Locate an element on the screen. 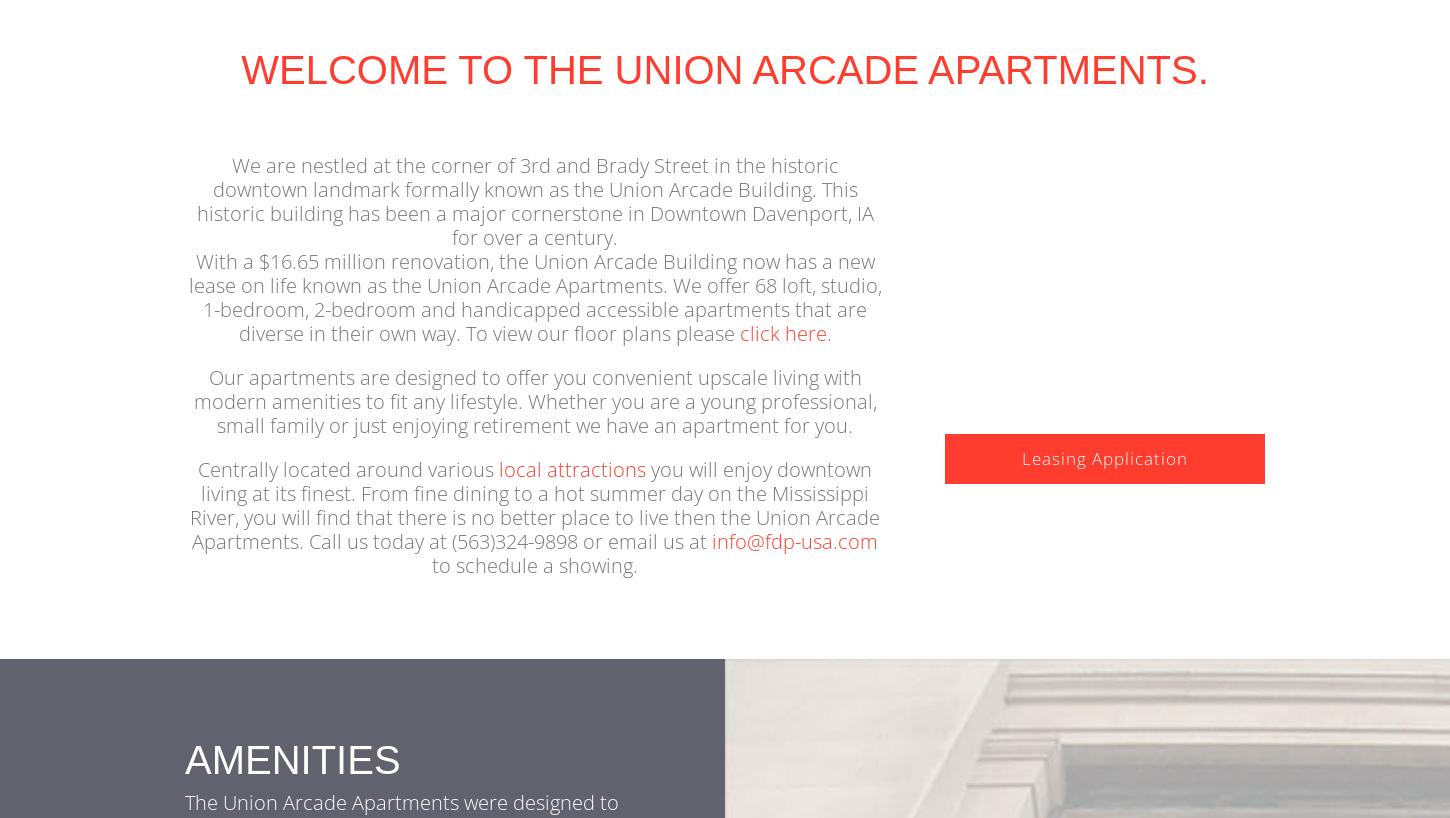 This screenshot has width=1450, height=818. '.' is located at coordinates (826, 363).